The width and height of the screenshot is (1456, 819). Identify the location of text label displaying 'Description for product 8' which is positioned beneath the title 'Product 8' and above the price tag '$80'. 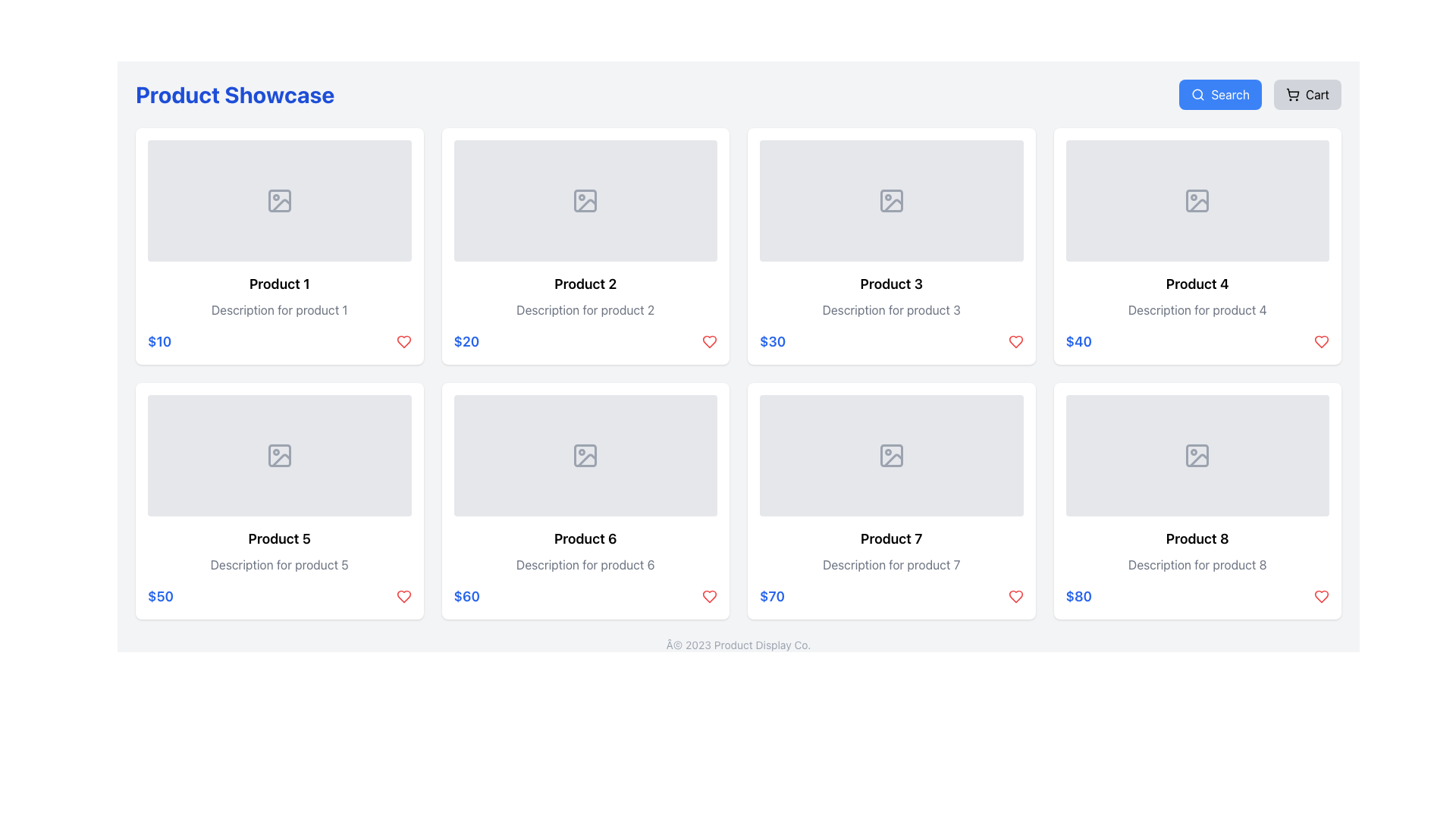
(1197, 564).